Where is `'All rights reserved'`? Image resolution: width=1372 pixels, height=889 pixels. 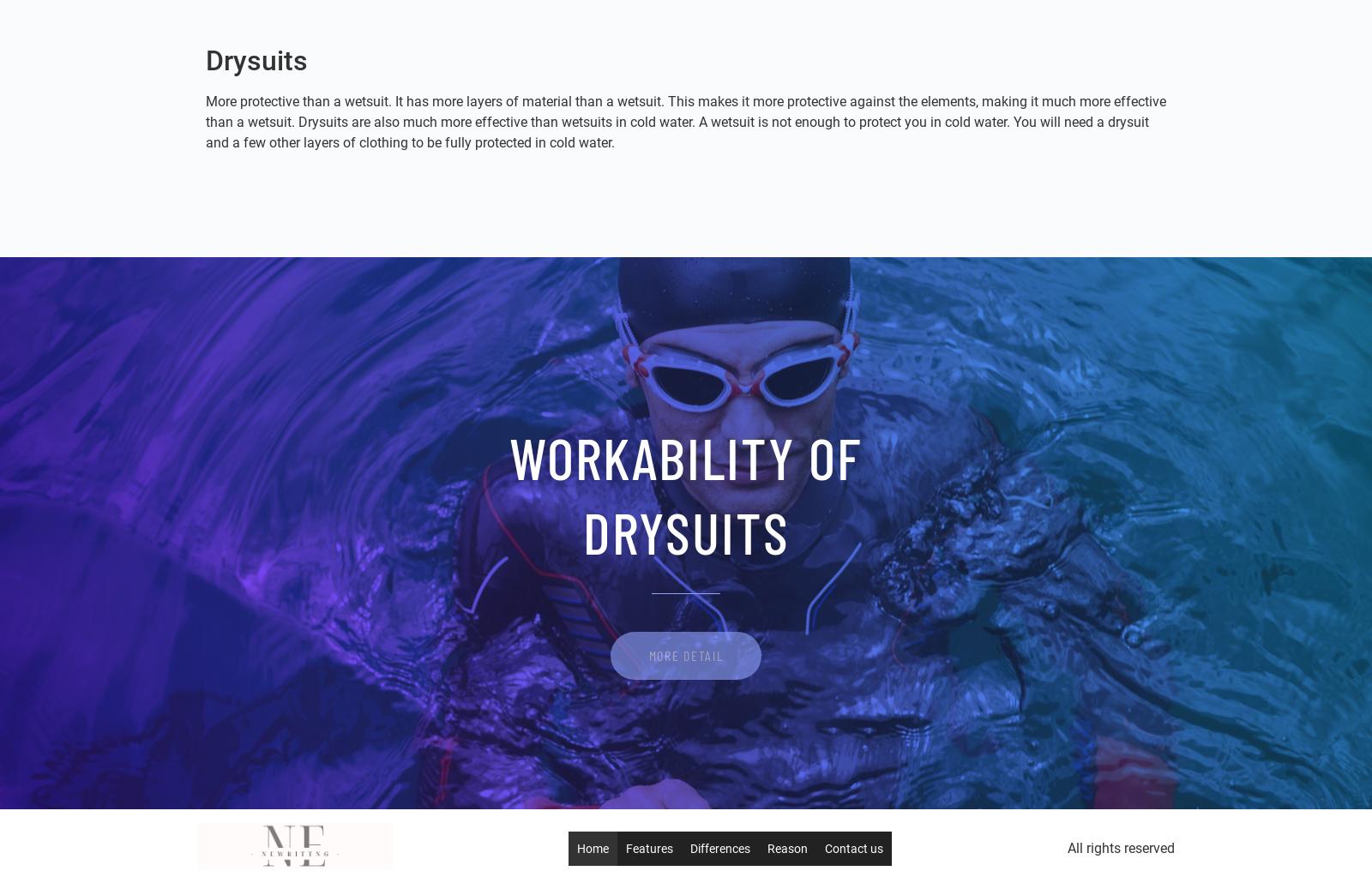
'All rights reserved' is located at coordinates (1120, 848).